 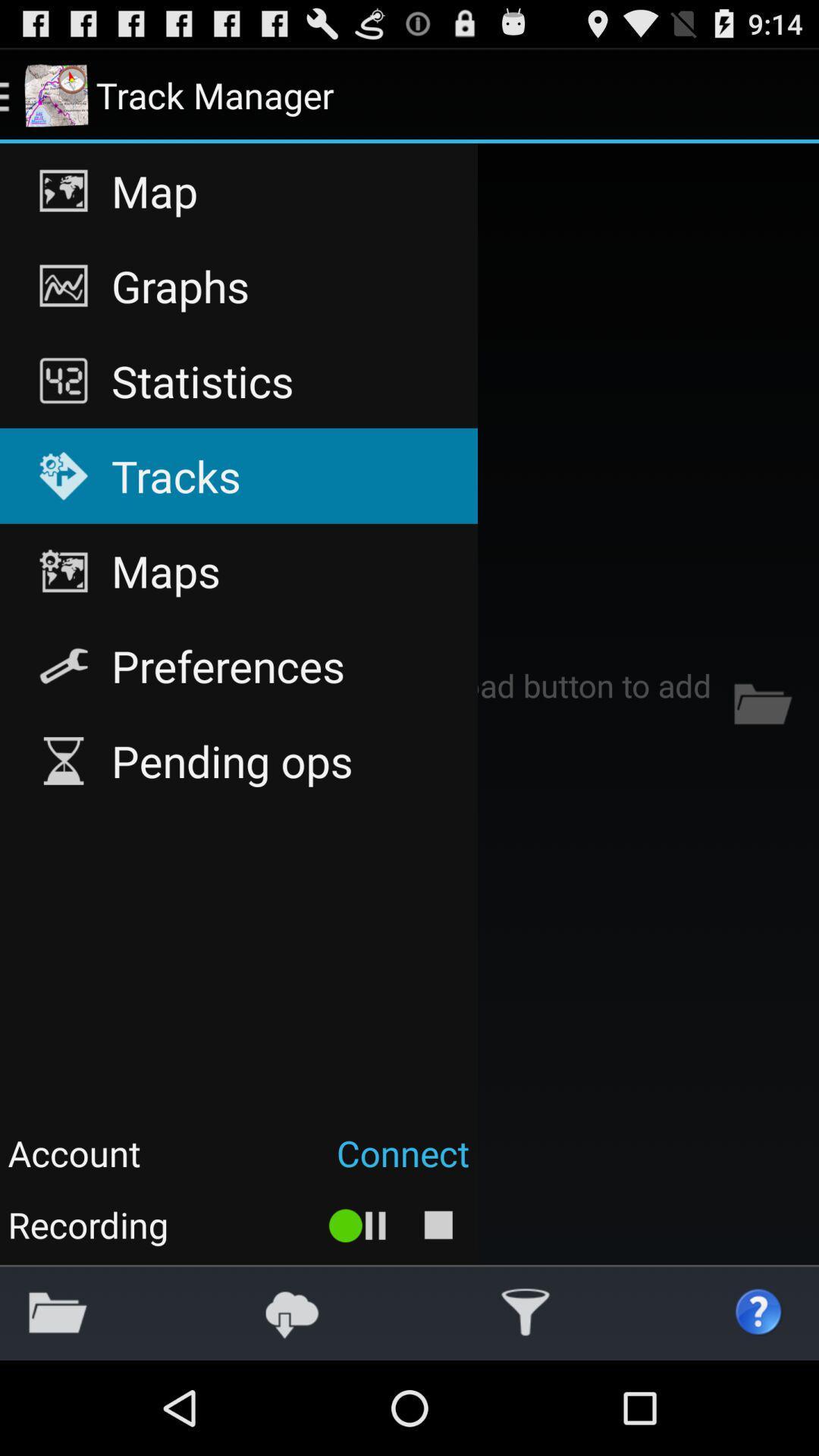 I want to click on the map item, so click(x=239, y=190).